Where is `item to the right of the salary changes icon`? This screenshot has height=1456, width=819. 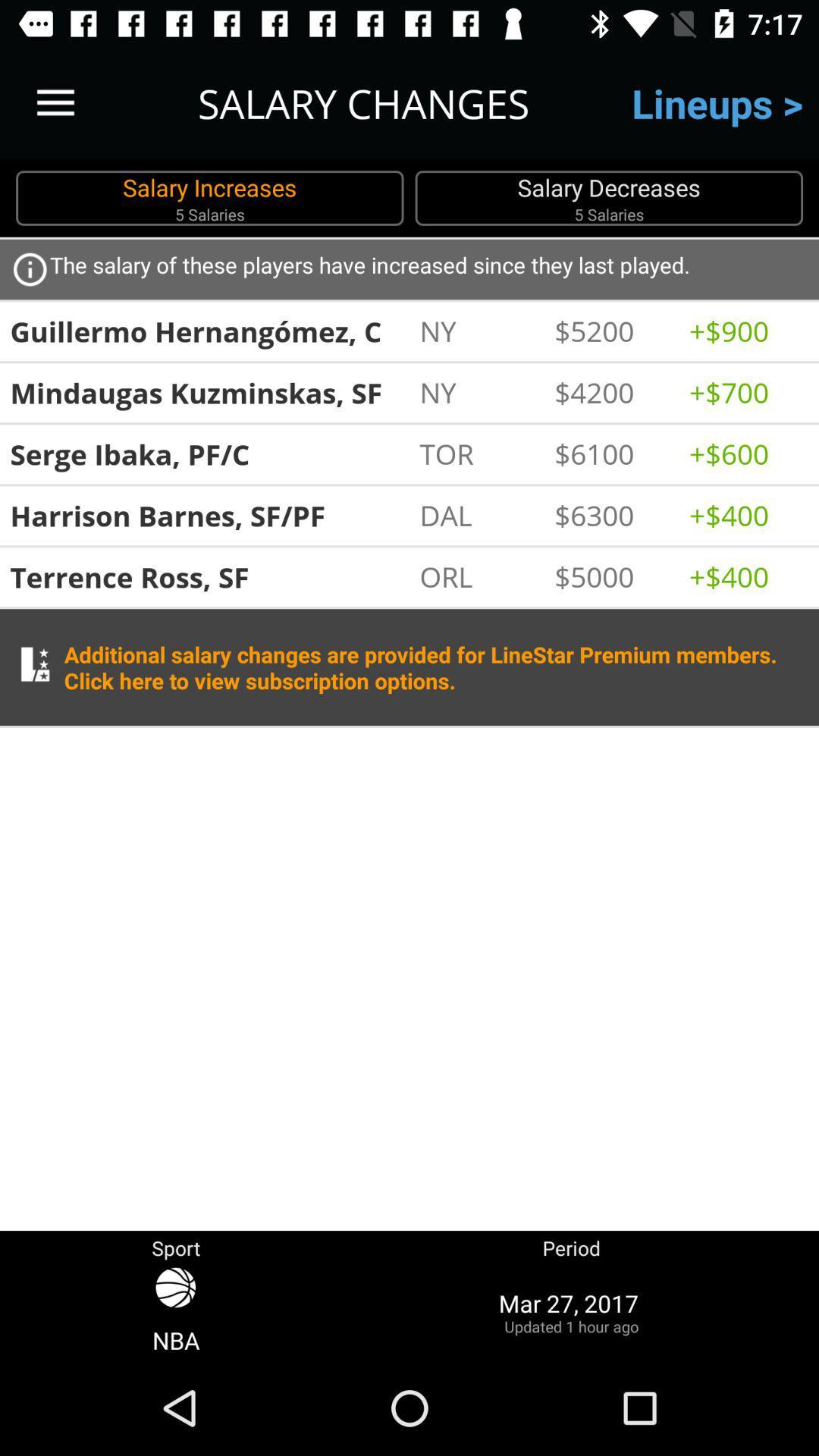 item to the right of the salary changes icon is located at coordinates (717, 102).